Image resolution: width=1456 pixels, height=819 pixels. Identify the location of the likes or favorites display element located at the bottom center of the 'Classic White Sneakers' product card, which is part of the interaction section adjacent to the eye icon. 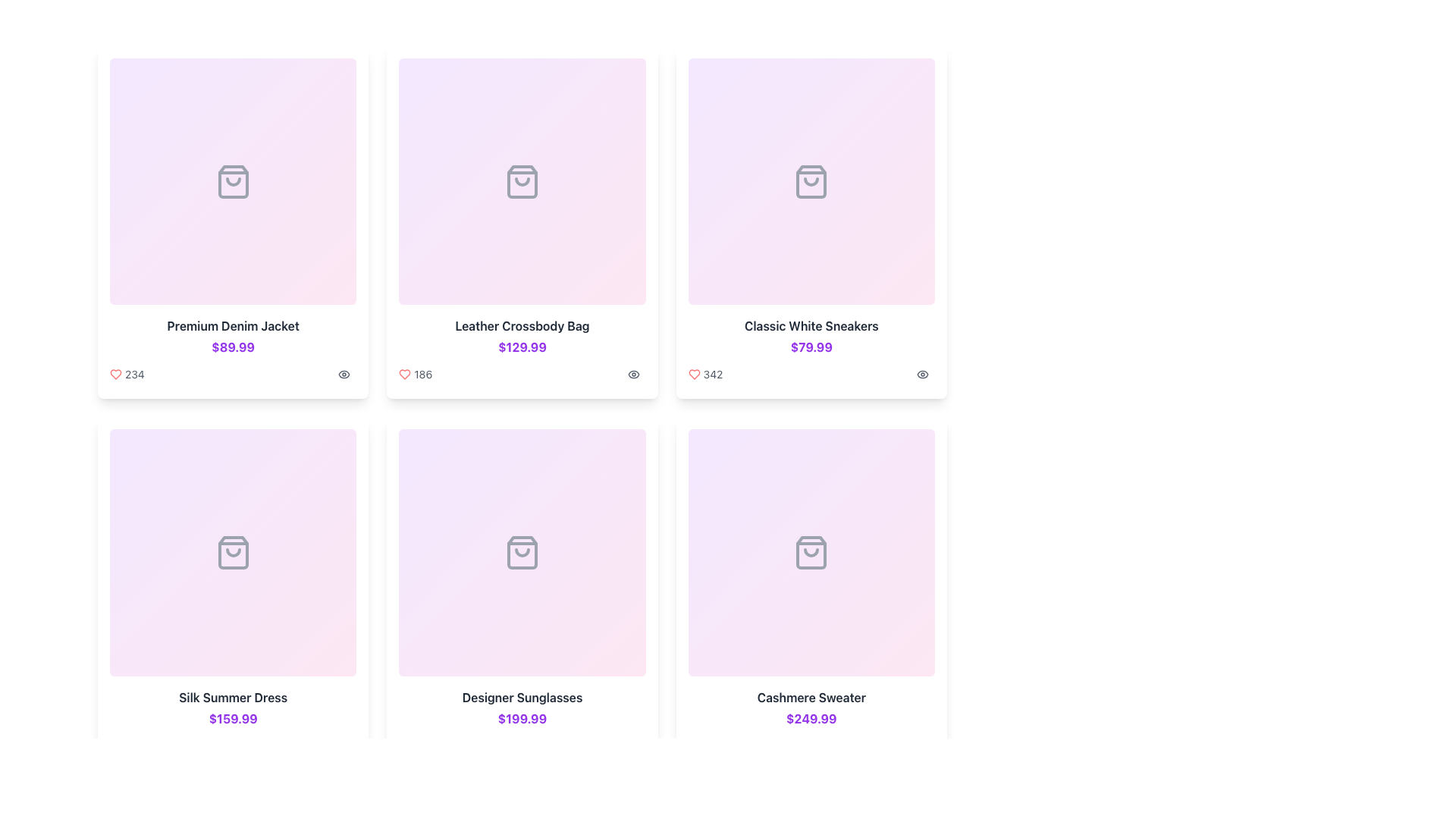
(704, 375).